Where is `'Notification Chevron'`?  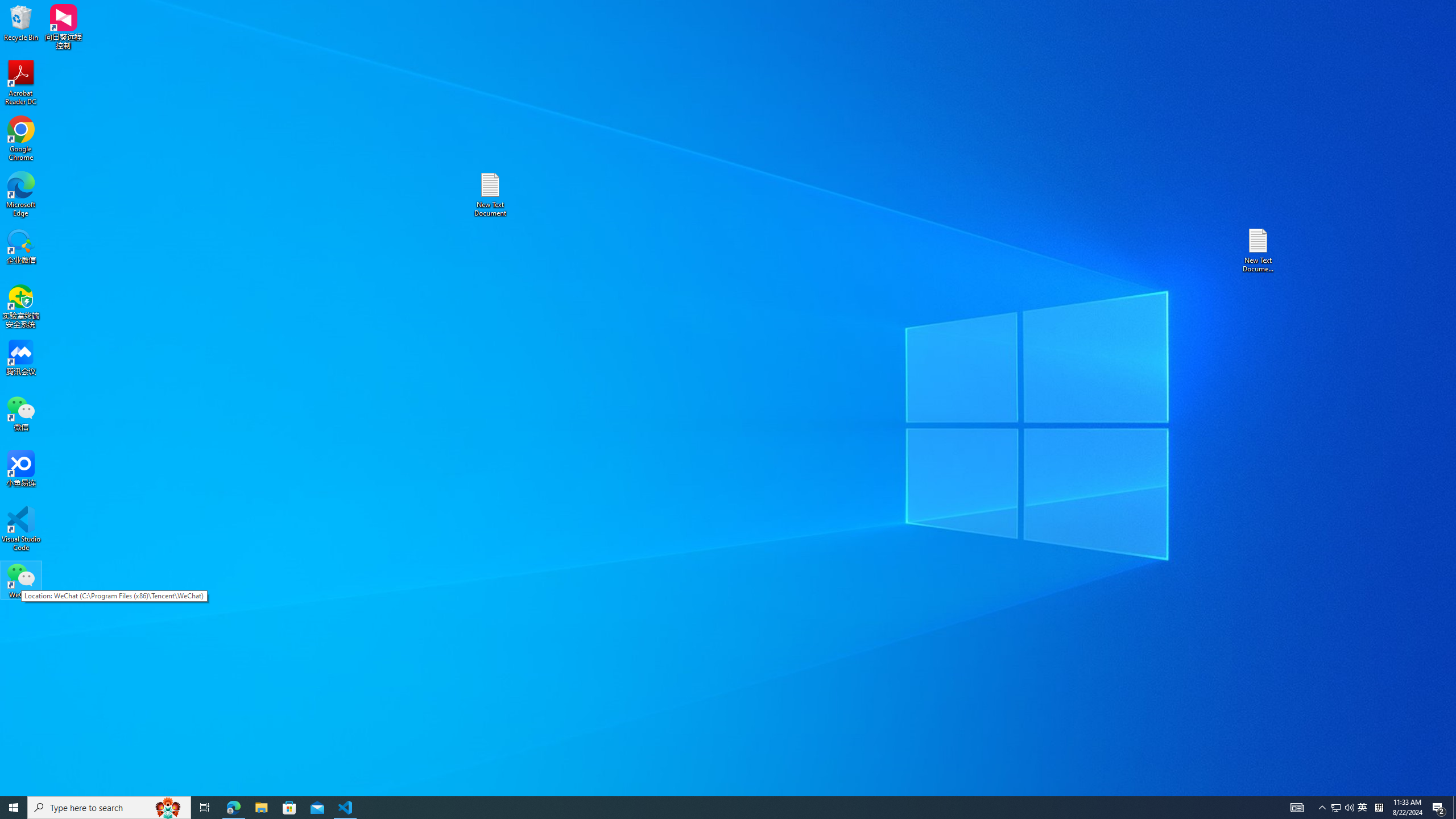 'Notification Chevron' is located at coordinates (1335, 806).